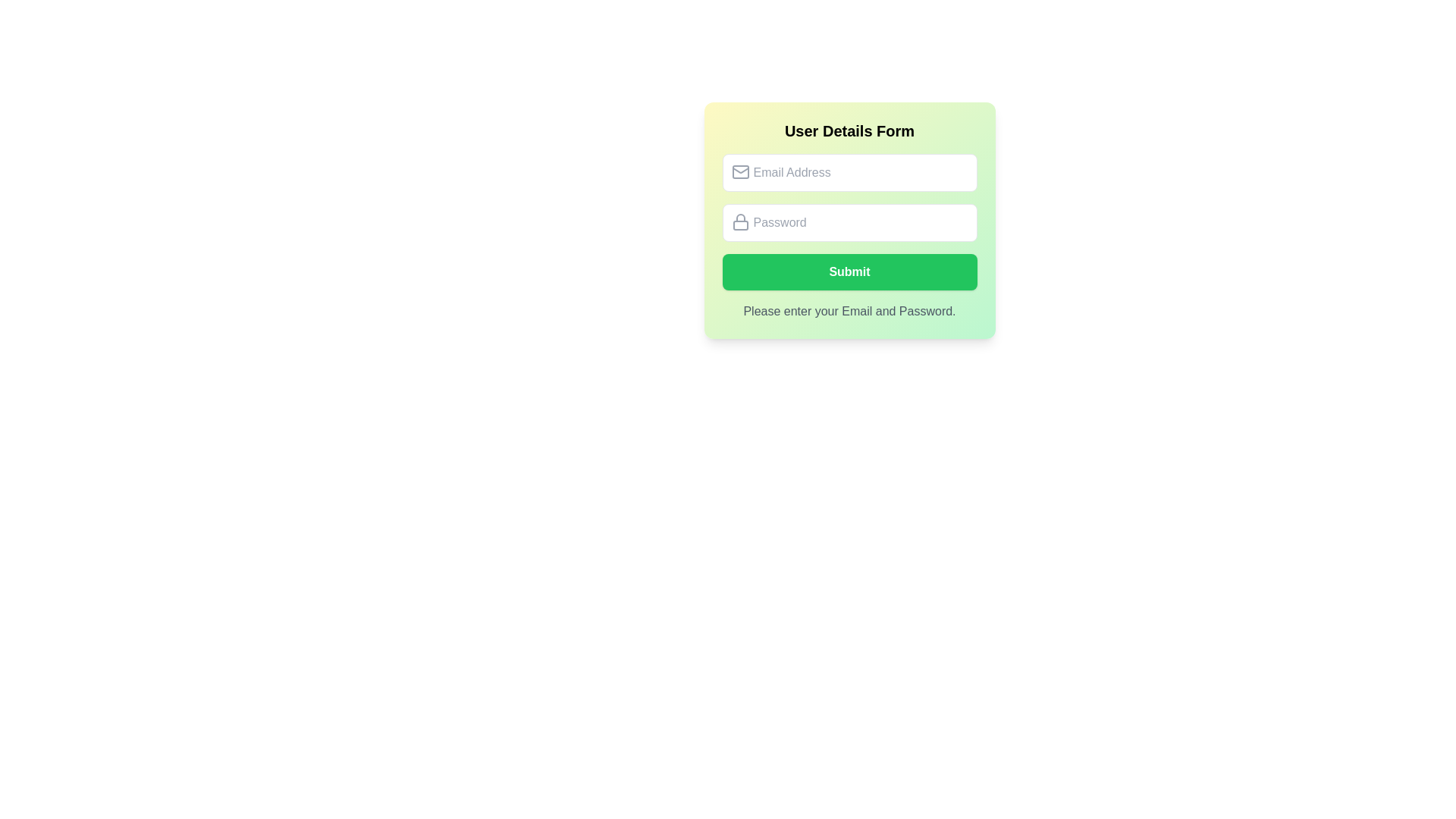 The image size is (1456, 819). I want to click on the envelope icon indicating a mail-related function located inside the 'Email Address' input field of the 'User Details Form', so click(740, 171).